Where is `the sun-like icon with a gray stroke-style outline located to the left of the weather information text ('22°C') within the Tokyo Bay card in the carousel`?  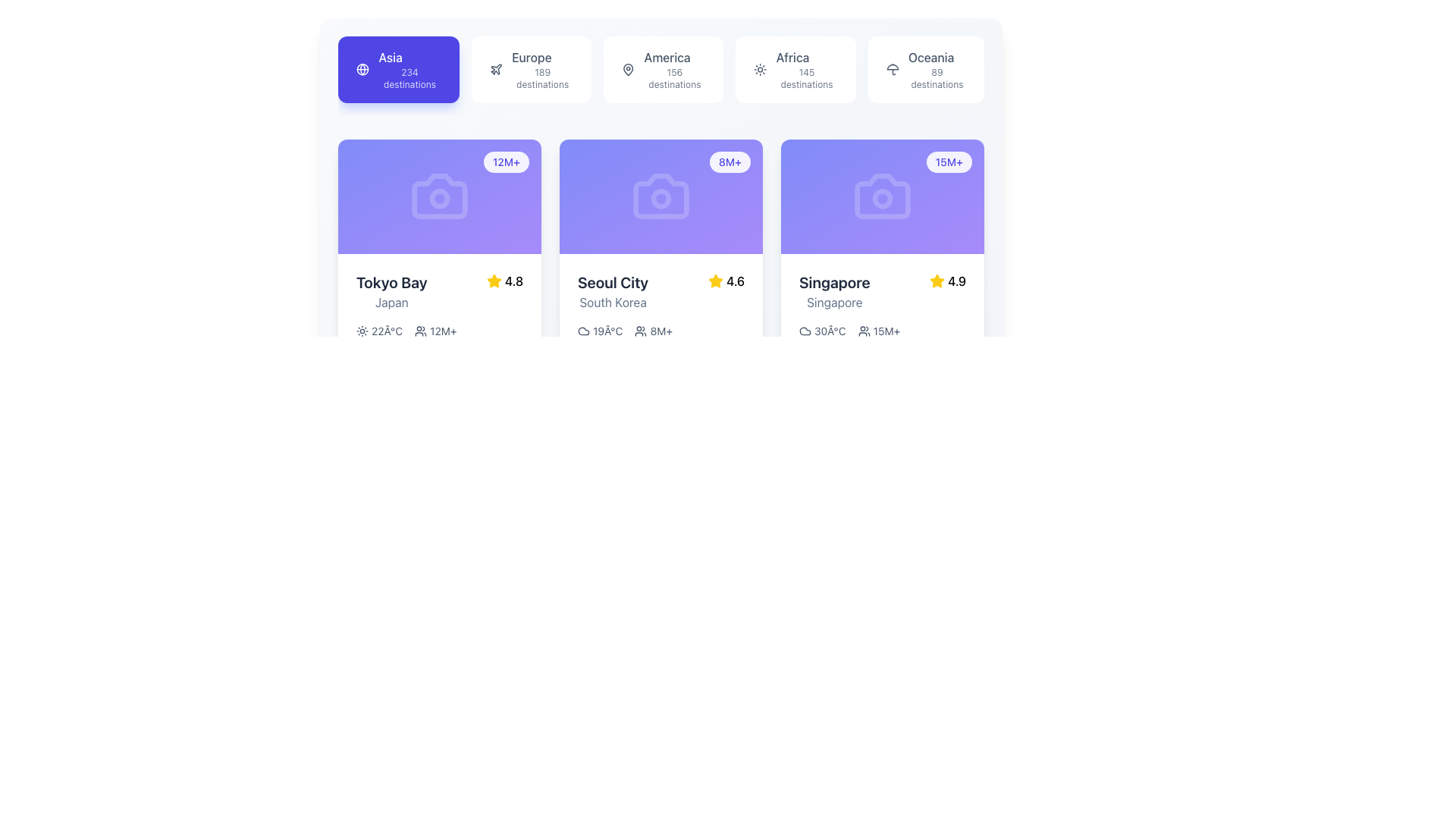
the sun-like icon with a gray stroke-style outline located to the left of the weather information text ('22°C') within the Tokyo Bay card in the carousel is located at coordinates (362, 330).